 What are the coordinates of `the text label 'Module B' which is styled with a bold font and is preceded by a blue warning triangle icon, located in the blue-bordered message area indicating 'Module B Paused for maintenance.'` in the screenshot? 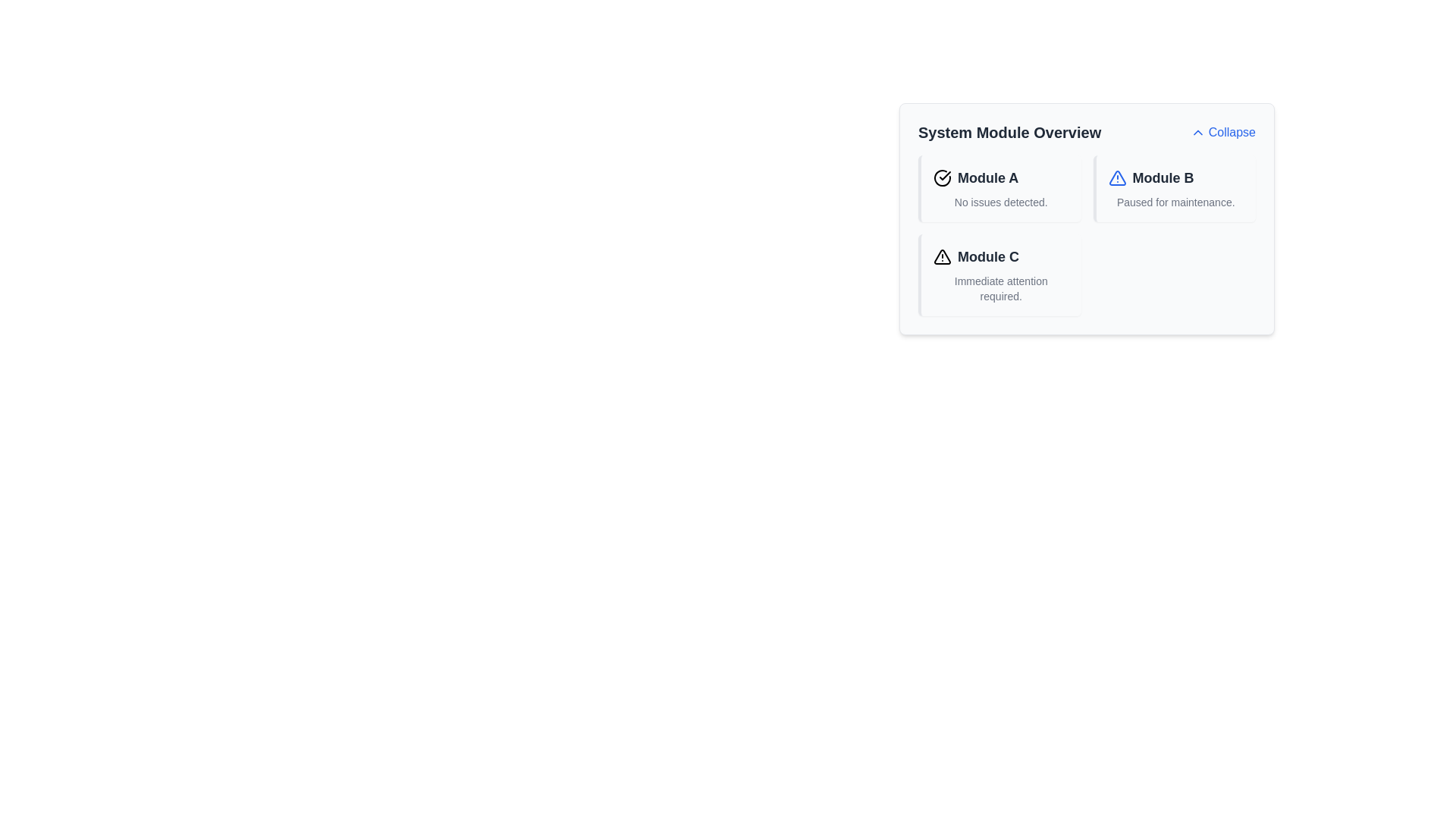 It's located at (1175, 177).